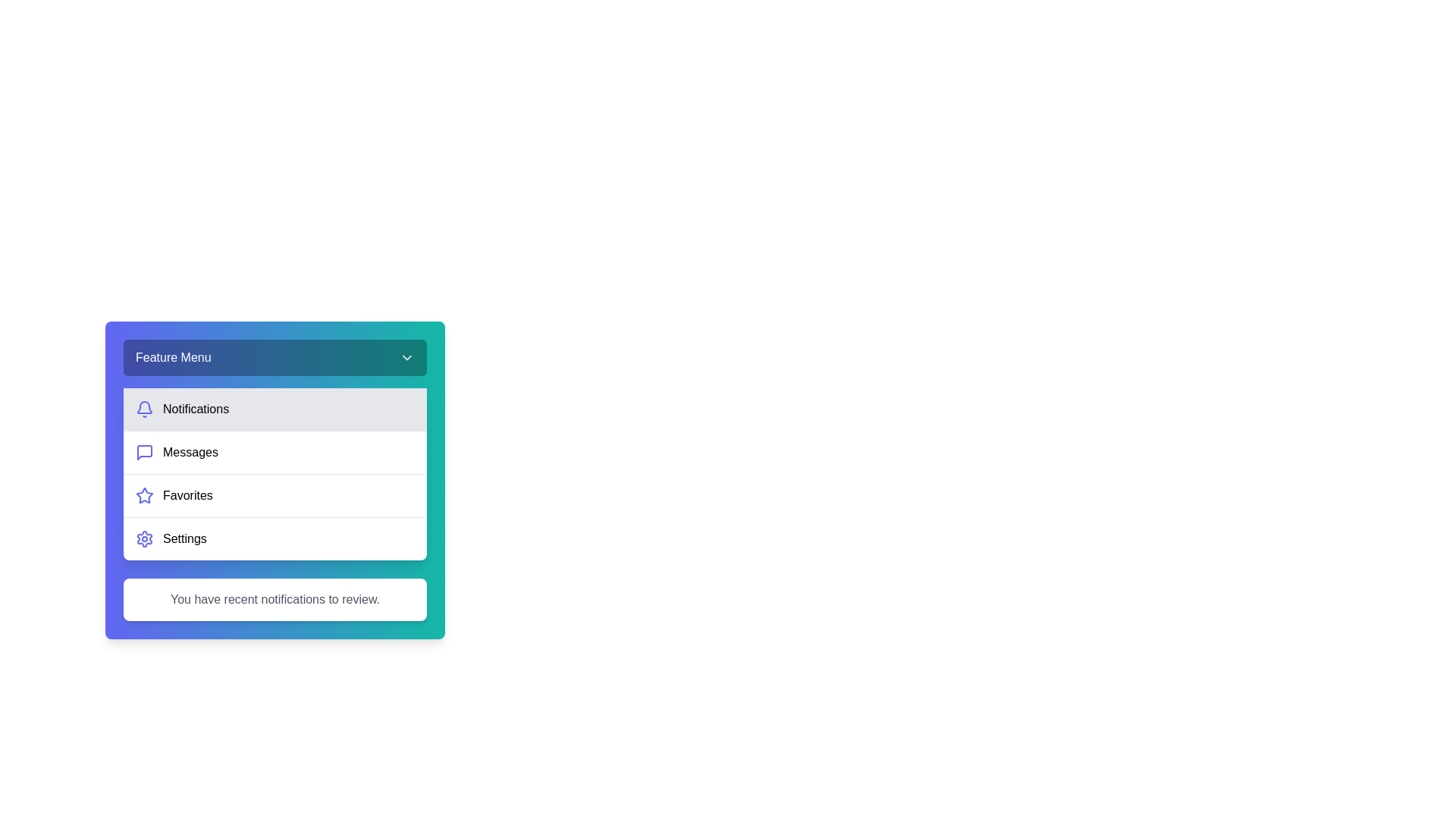 This screenshot has height=819, width=1456. What do you see at coordinates (275, 357) in the screenshot?
I see `the Dropdown menu button located at the top of the rounded rectangular box` at bounding box center [275, 357].